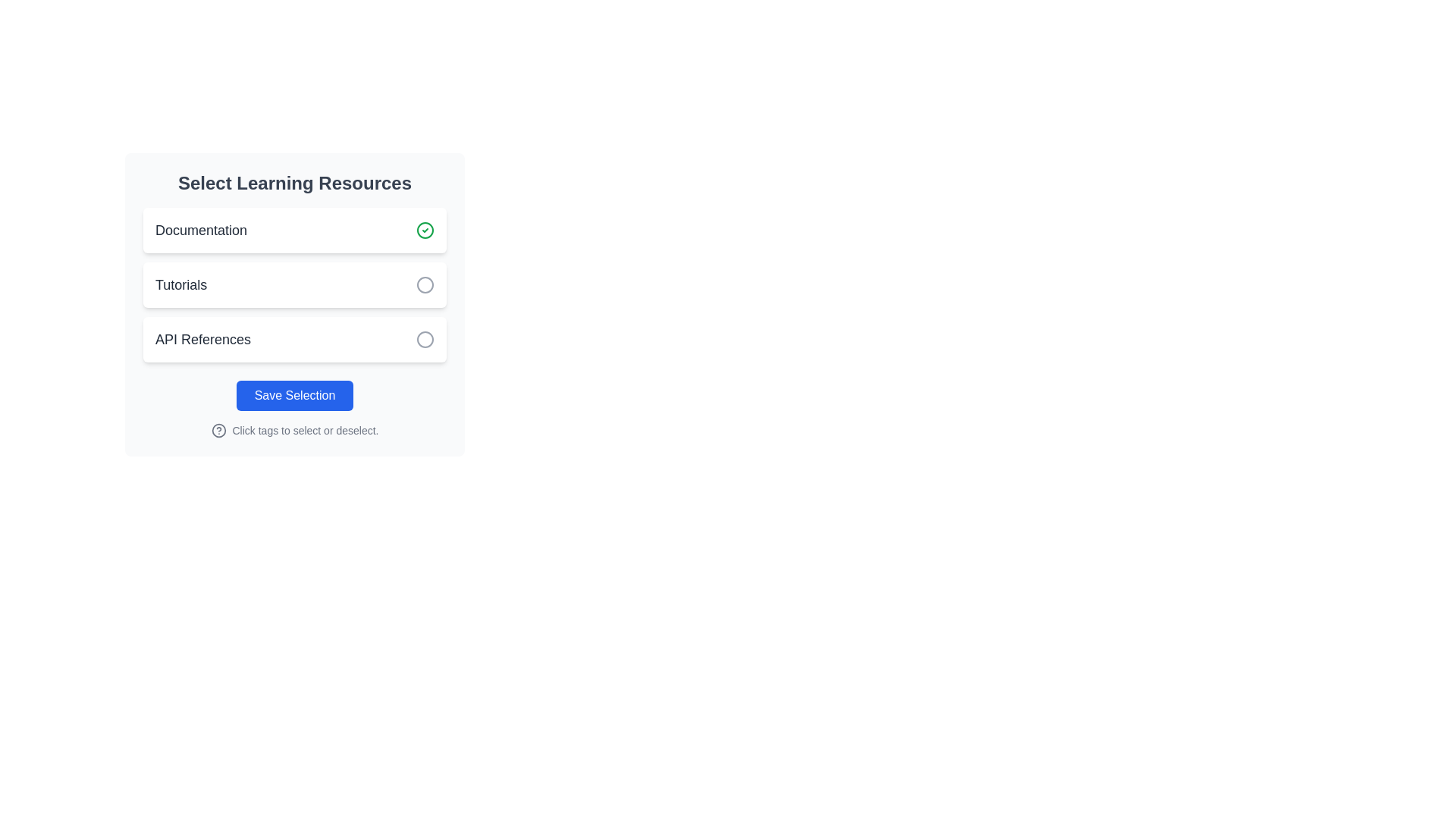 The height and width of the screenshot is (819, 1456). What do you see at coordinates (294, 338) in the screenshot?
I see `the third selectable list item related to 'API References'` at bounding box center [294, 338].